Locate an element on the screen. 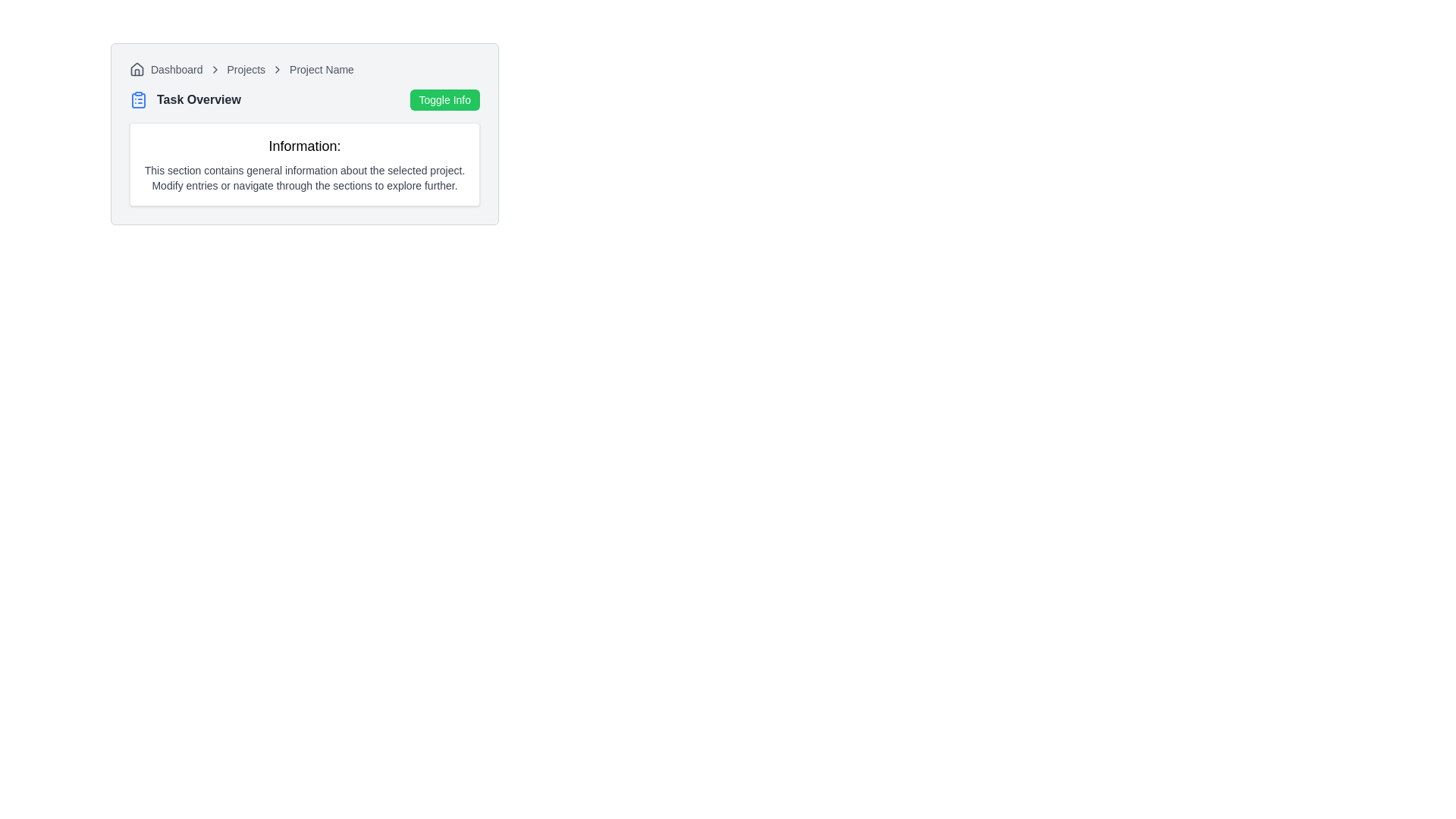 The height and width of the screenshot is (819, 1456). the text label that serves as a section title or header, located directly to the left of the green button labeled 'Toggle Info' is located at coordinates (184, 99).